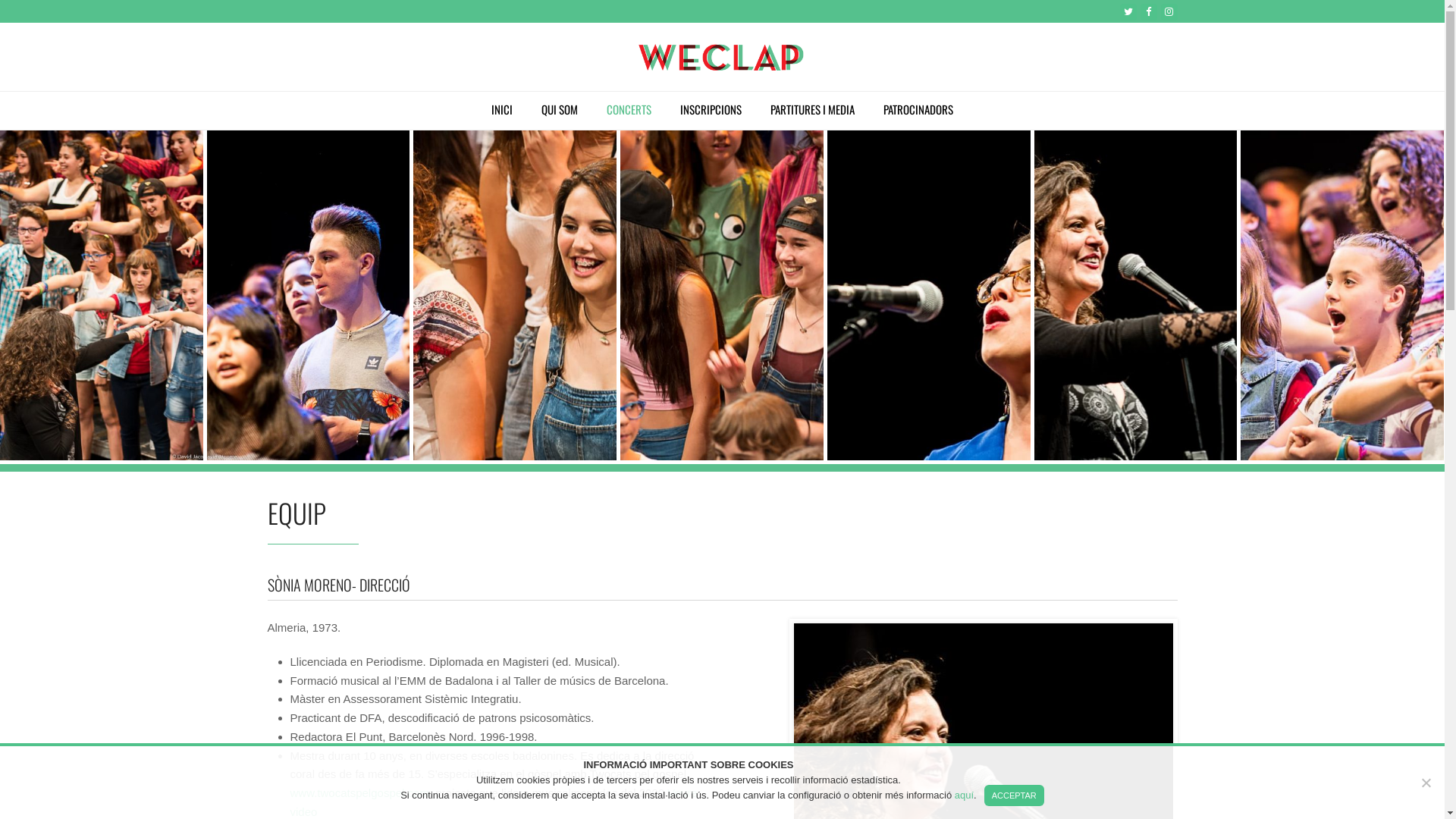  What do you see at coordinates (477, 110) in the screenshot?
I see `'INICI'` at bounding box center [477, 110].